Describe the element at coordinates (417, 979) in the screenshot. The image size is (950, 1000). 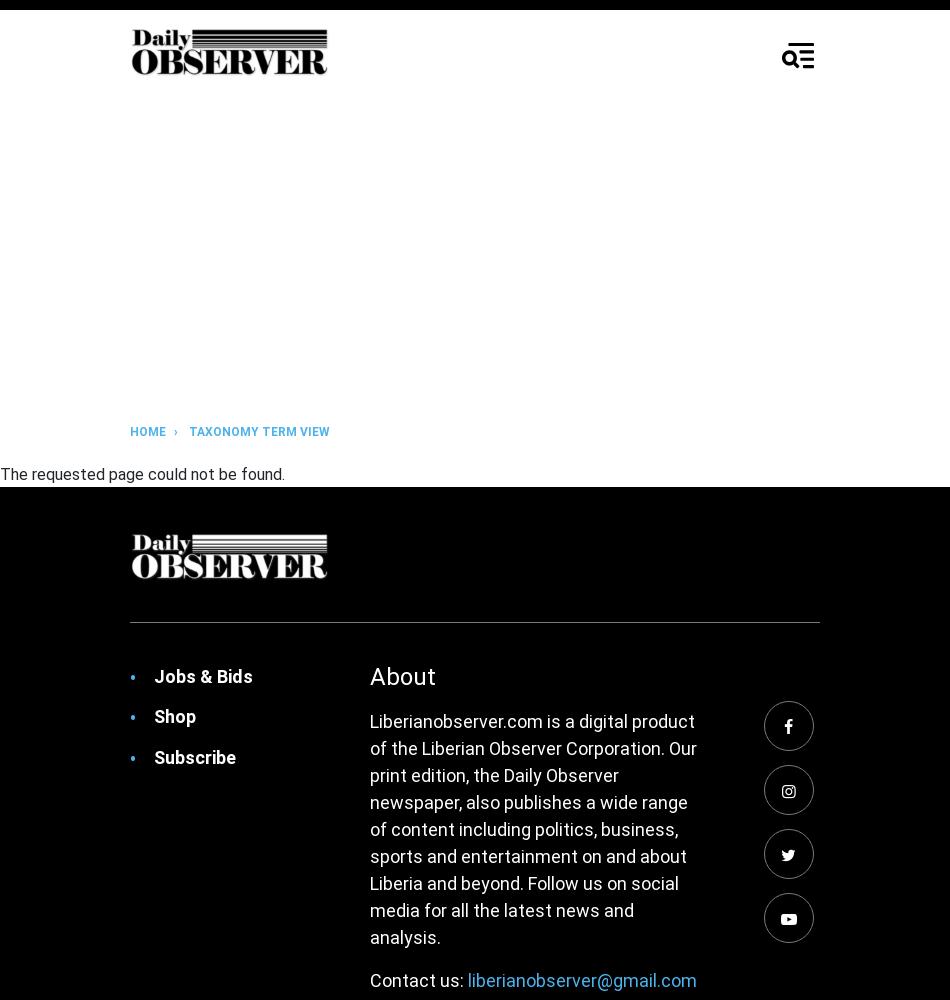
I see `'Contact us:'` at that location.